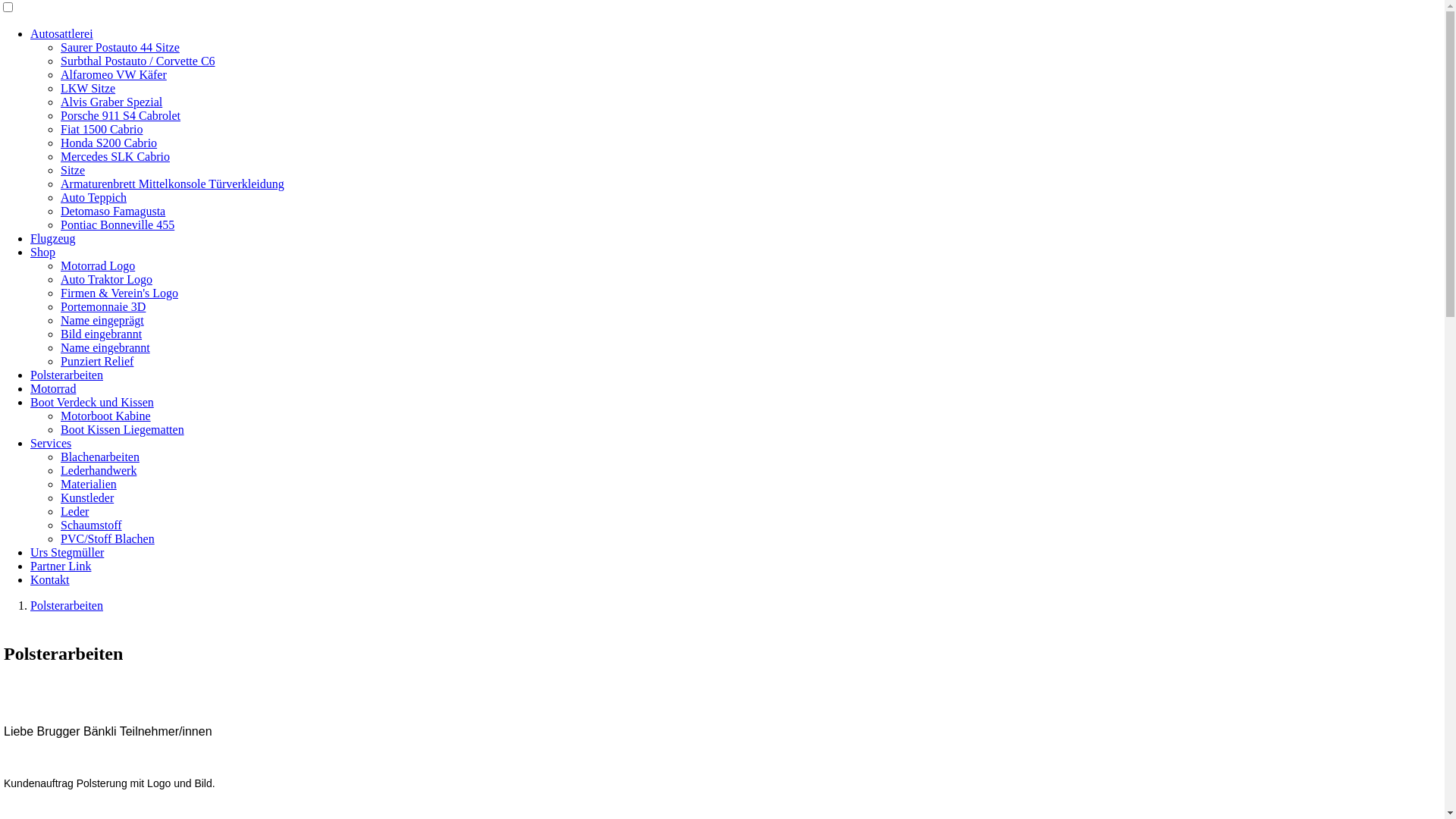 The height and width of the screenshot is (819, 1456). Describe the element at coordinates (61, 170) in the screenshot. I see `'Sitze'` at that location.